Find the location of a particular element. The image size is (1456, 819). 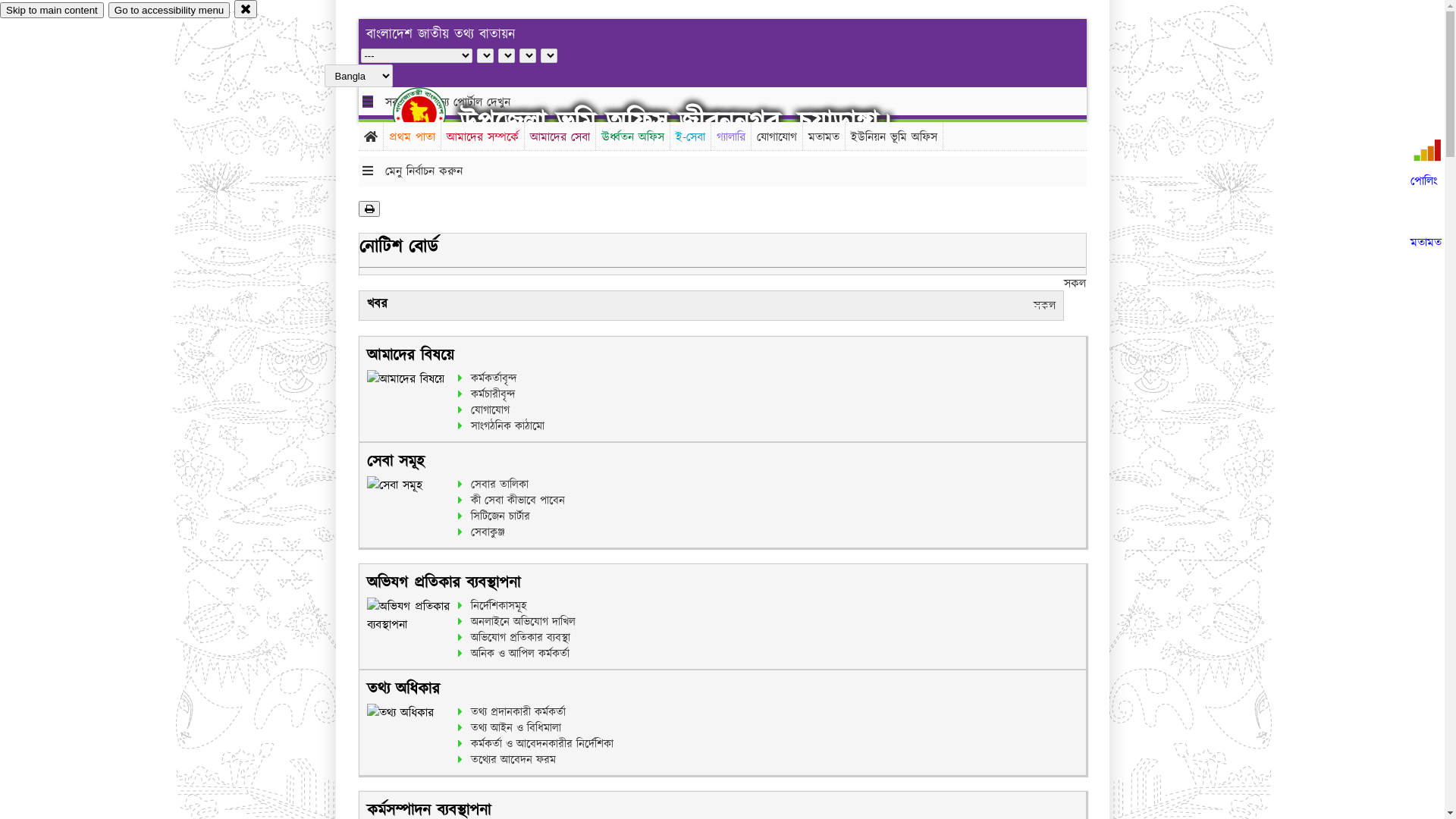

'Go to accessibility menu' is located at coordinates (168, 10).